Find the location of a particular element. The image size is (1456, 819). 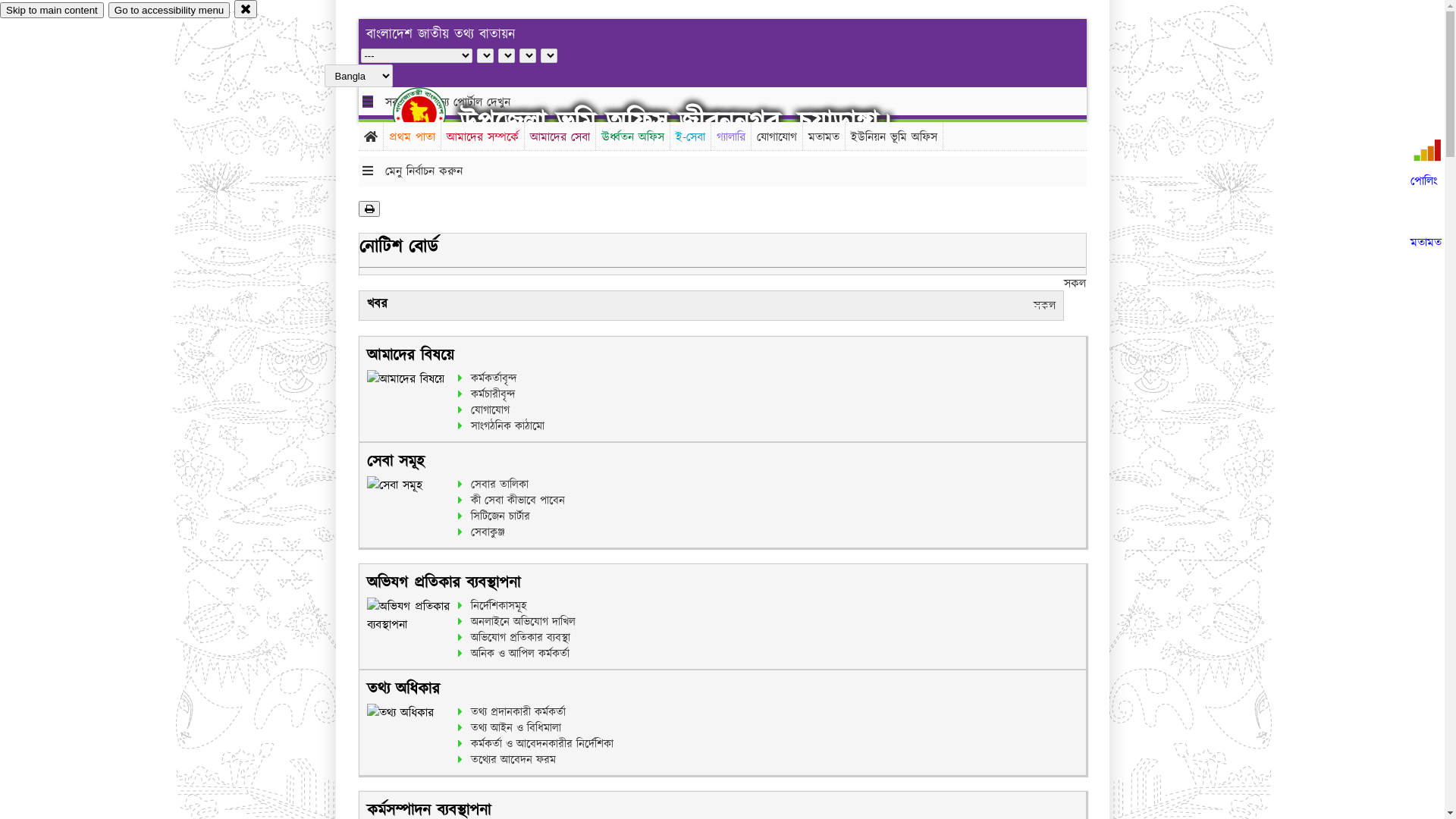

'Go to accessibility menu' is located at coordinates (168, 10).